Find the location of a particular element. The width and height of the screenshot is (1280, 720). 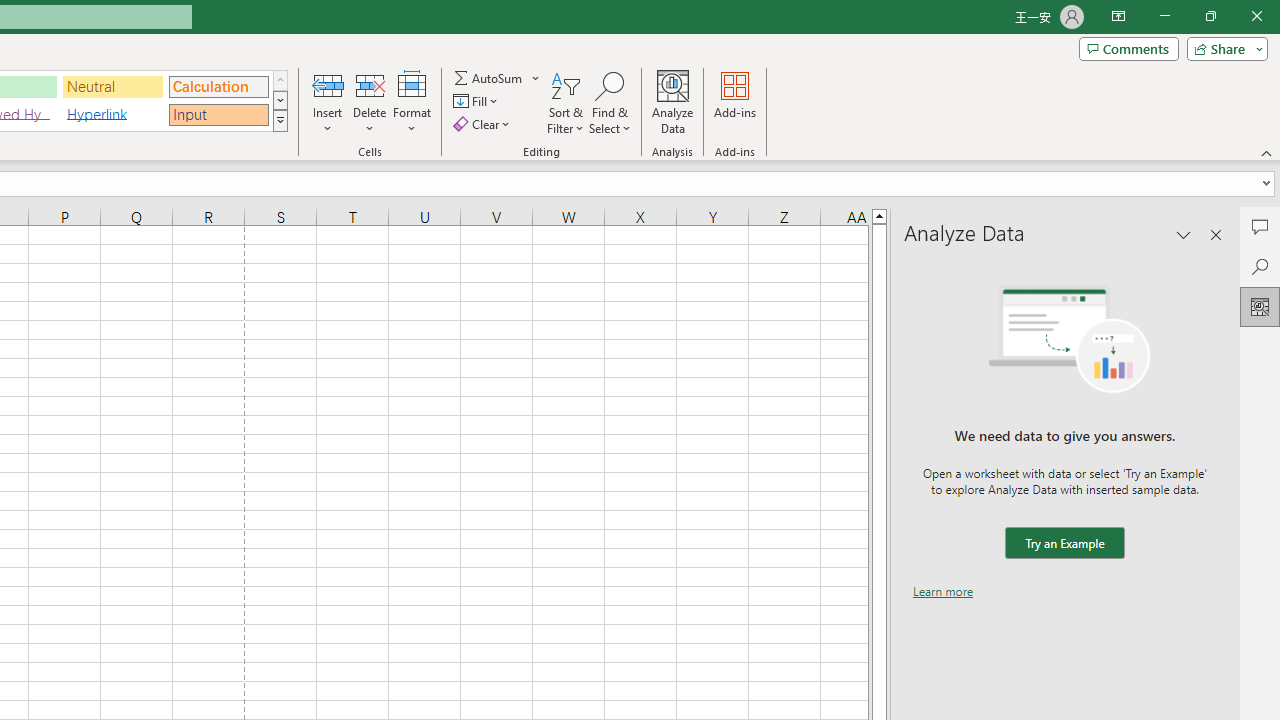

'Input' is located at coordinates (218, 114).